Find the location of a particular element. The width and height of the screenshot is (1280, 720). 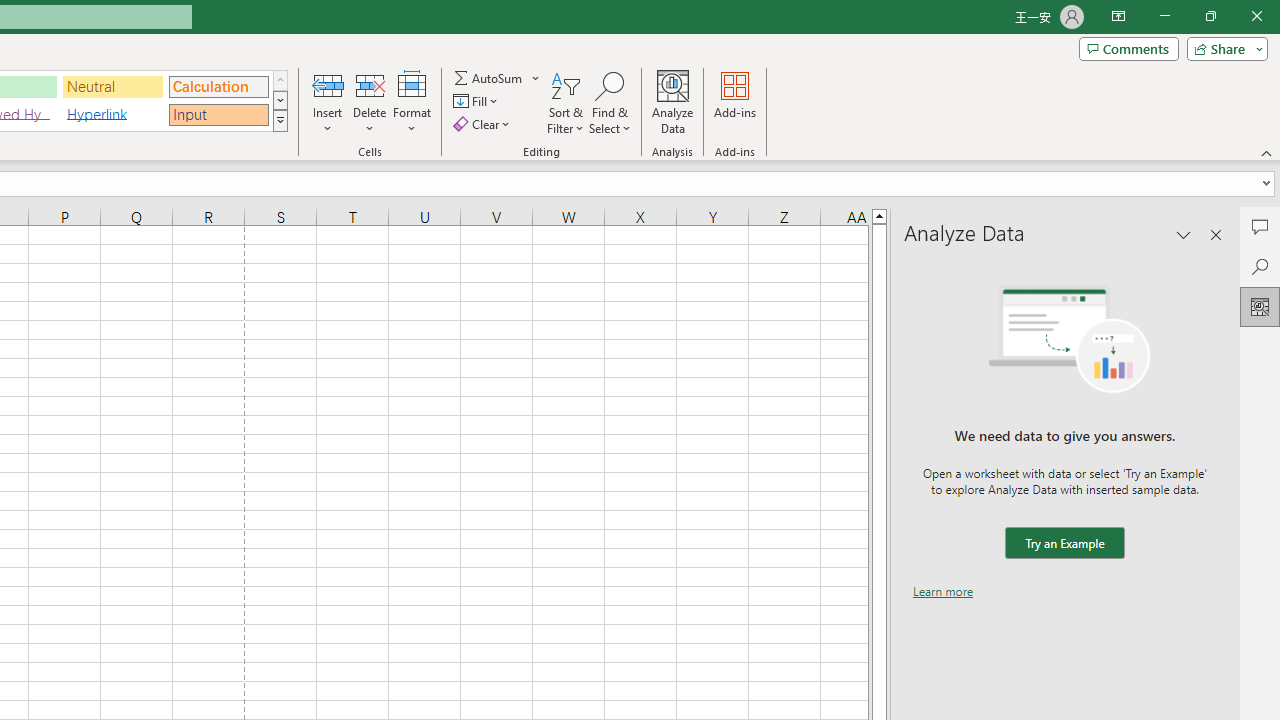

'Input' is located at coordinates (218, 114).